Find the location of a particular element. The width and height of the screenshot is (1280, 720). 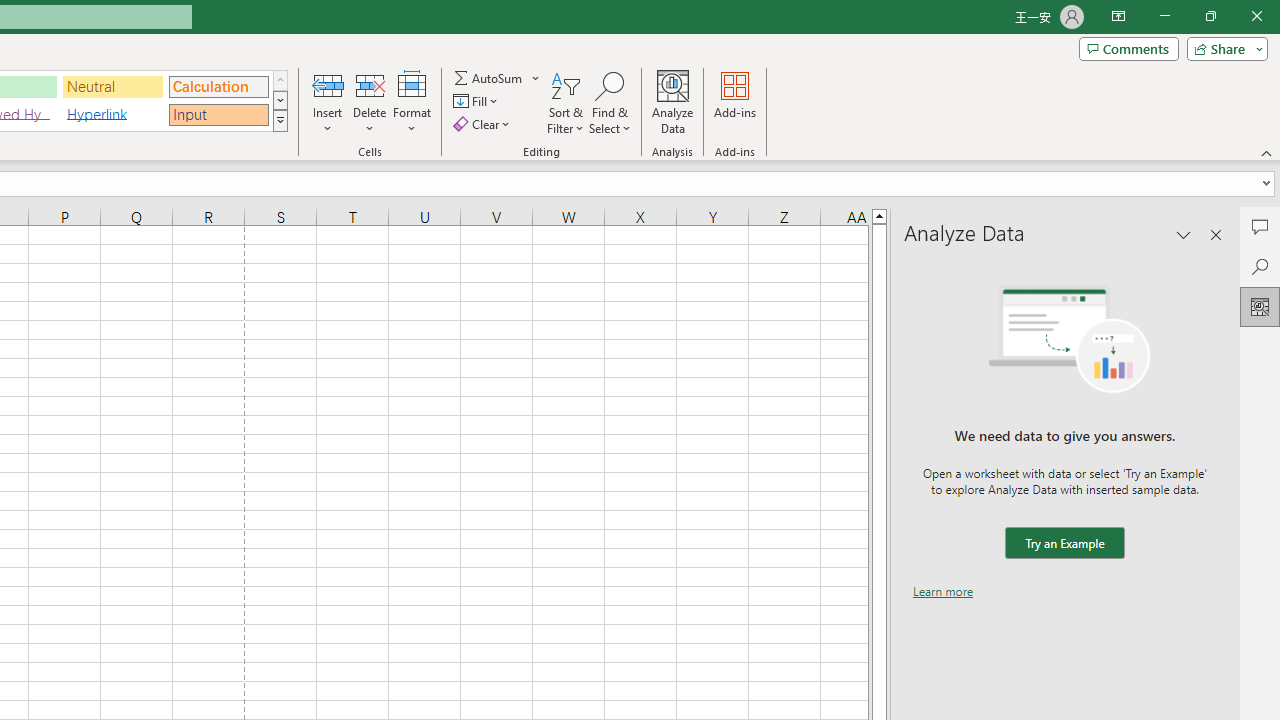

'Input' is located at coordinates (218, 114).